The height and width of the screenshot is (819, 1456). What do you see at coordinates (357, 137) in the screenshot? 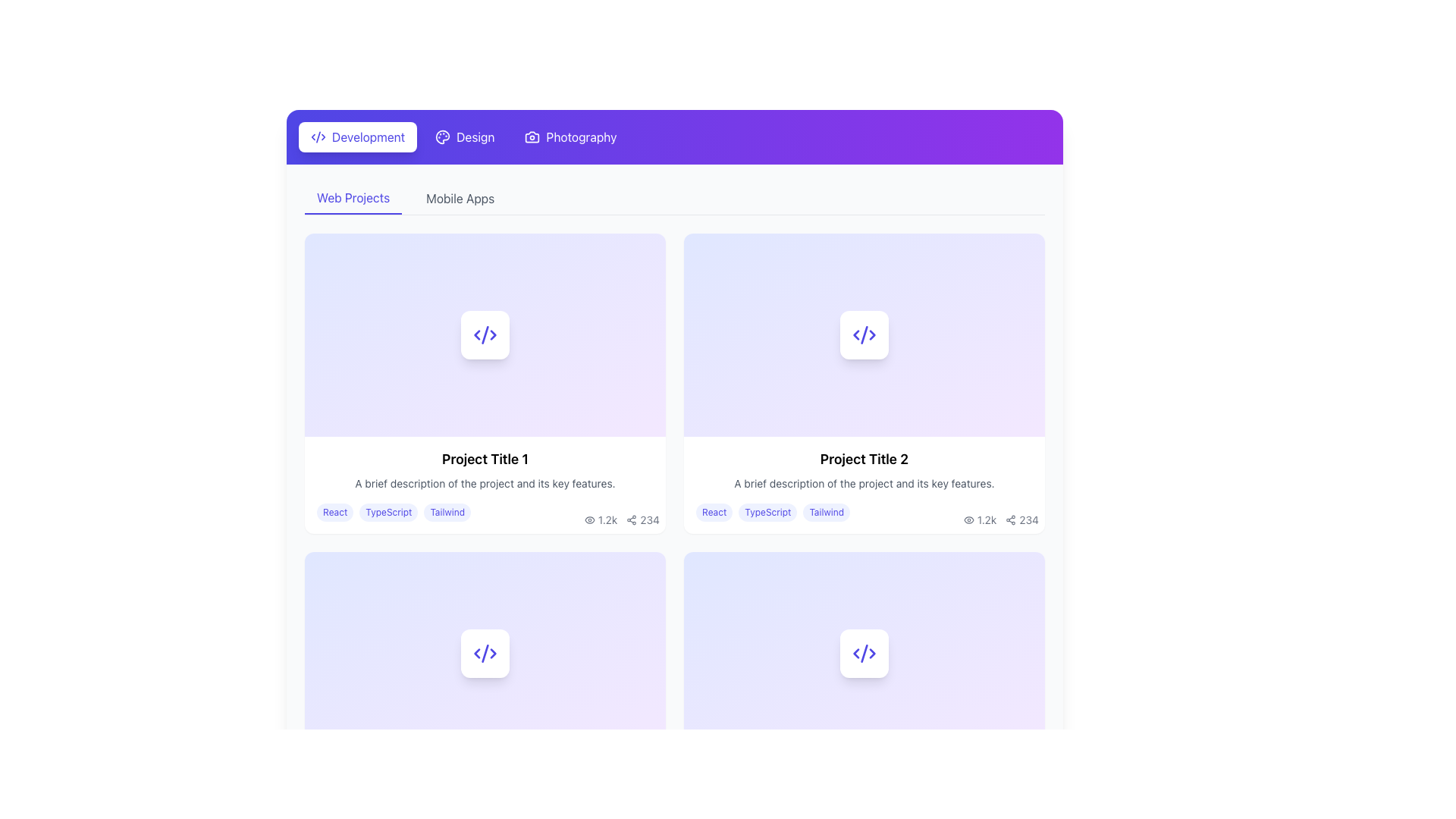
I see `the rounded rectangular button labeled 'Development' with an indigo-colored text and a code symbol icon on the left` at bounding box center [357, 137].